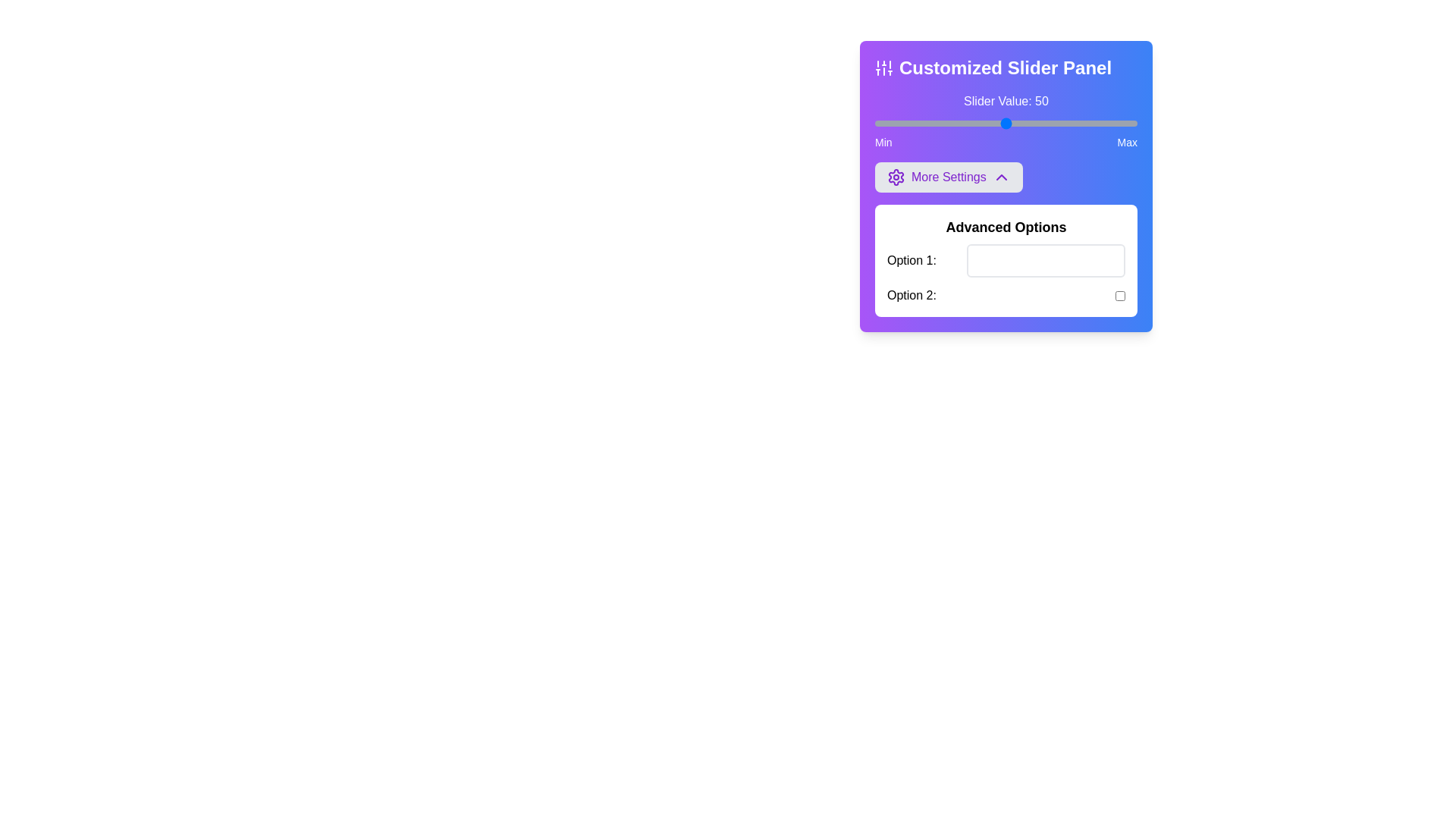 The height and width of the screenshot is (819, 1456). What do you see at coordinates (1116, 122) in the screenshot?
I see `the slider's value` at bounding box center [1116, 122].